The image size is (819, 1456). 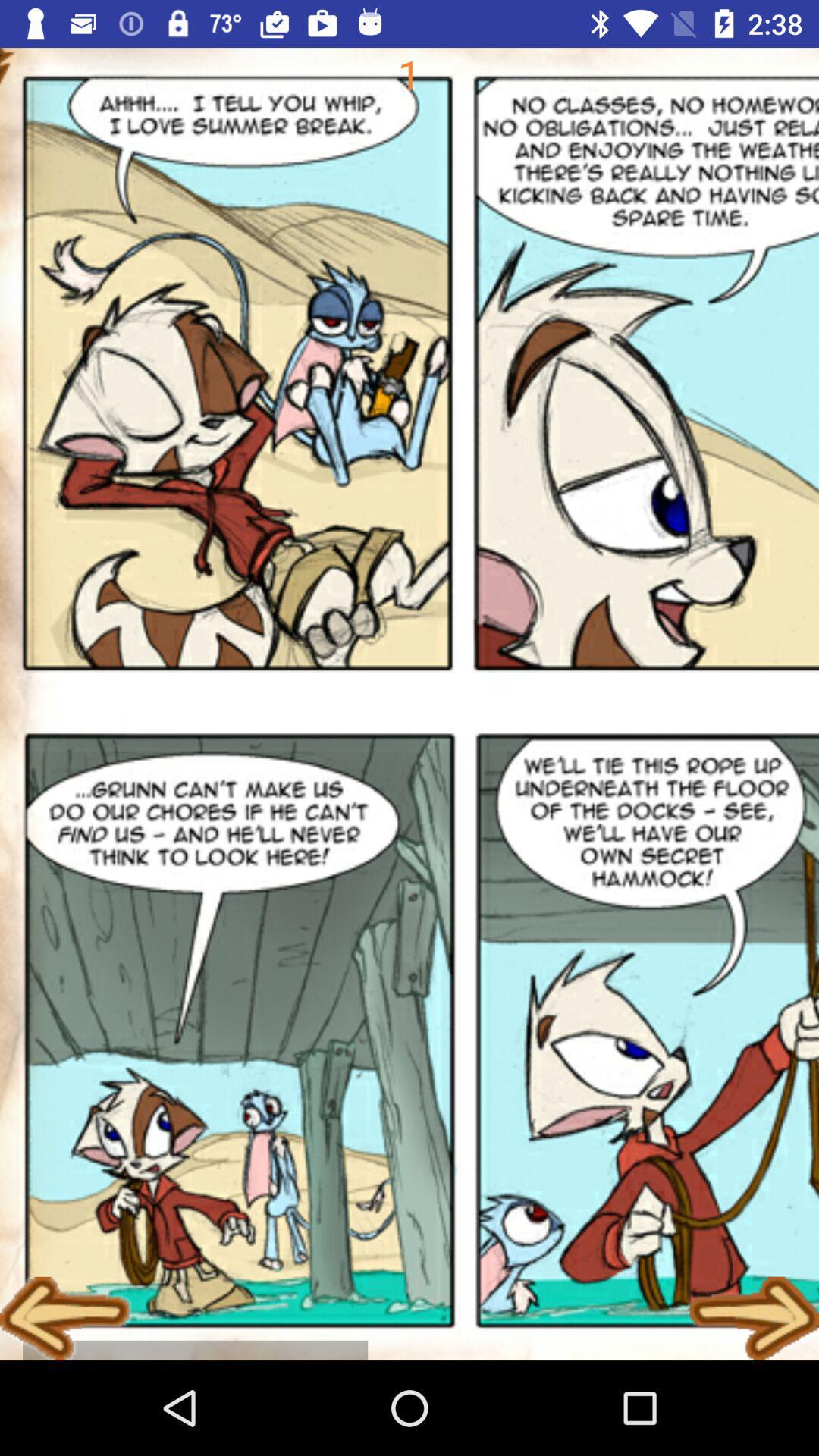 What do you see at coordinates (64, 1317) in the screenshot?
I see `the arrow_backward icon` at bounding box center [64, 1317].